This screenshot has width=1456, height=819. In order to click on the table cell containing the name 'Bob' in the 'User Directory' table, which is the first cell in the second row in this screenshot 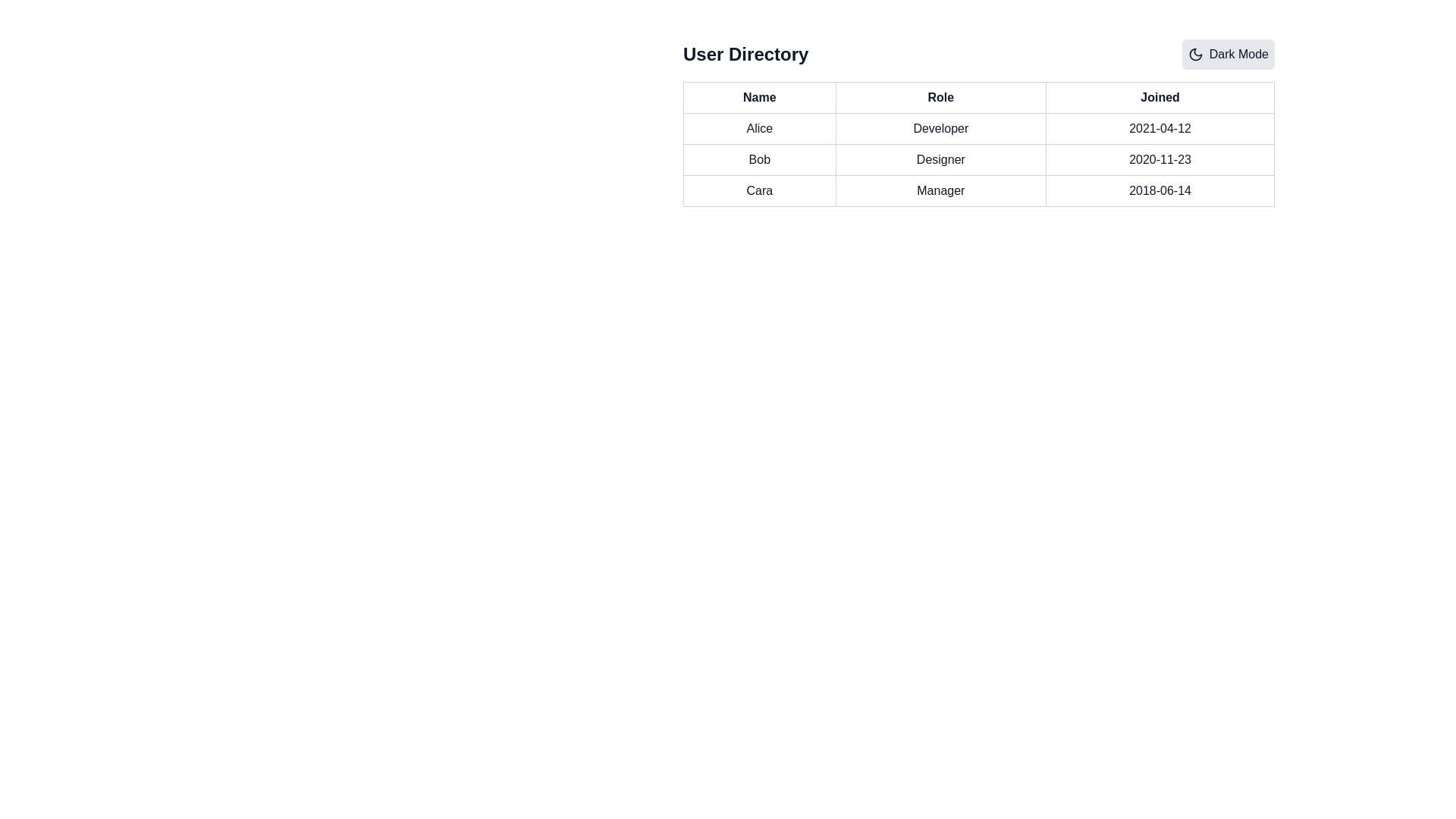, I will do `click(759, 160)`.